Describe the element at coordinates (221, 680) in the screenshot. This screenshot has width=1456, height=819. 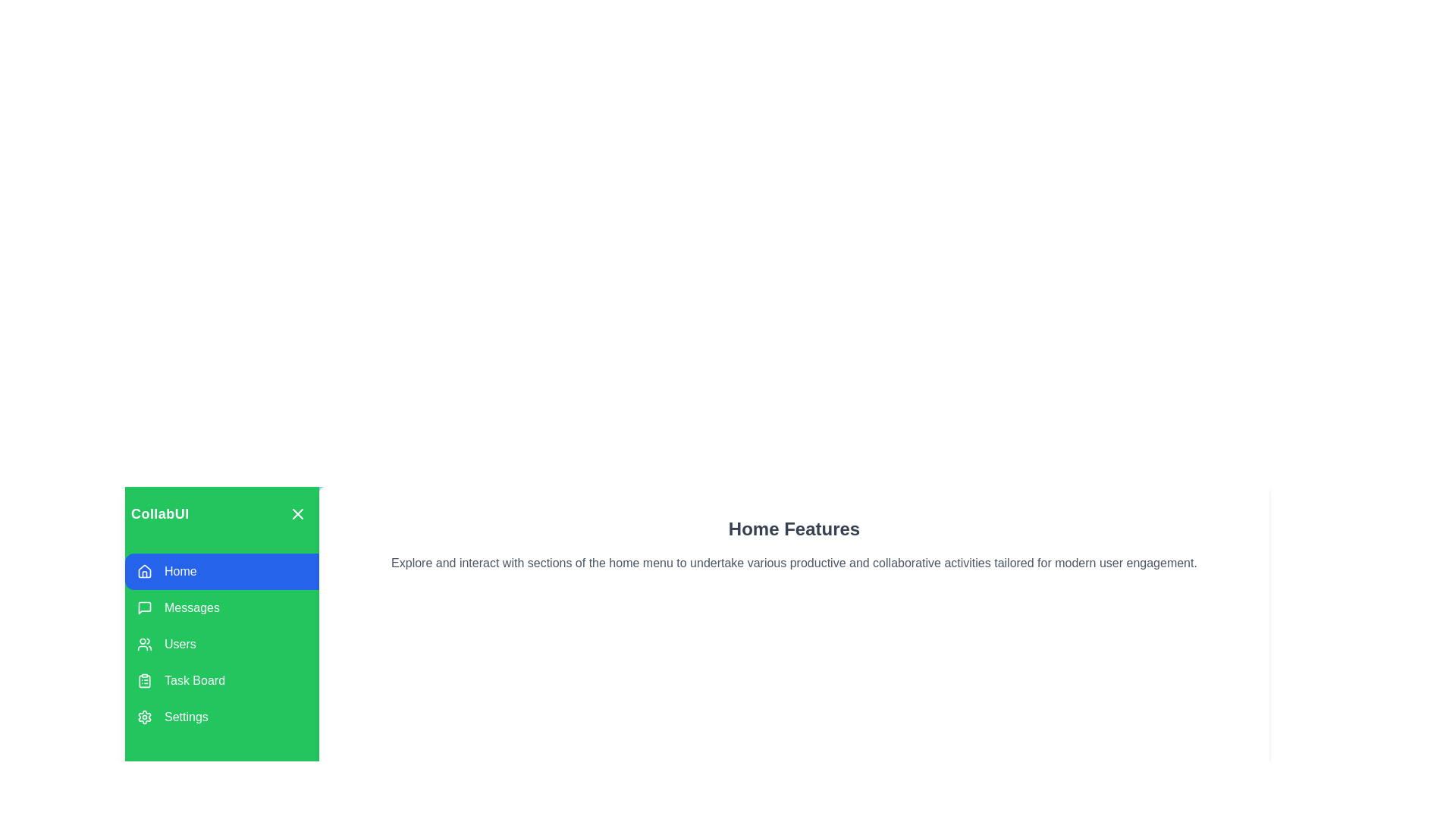
I see `the menu section Task Board` at that location.